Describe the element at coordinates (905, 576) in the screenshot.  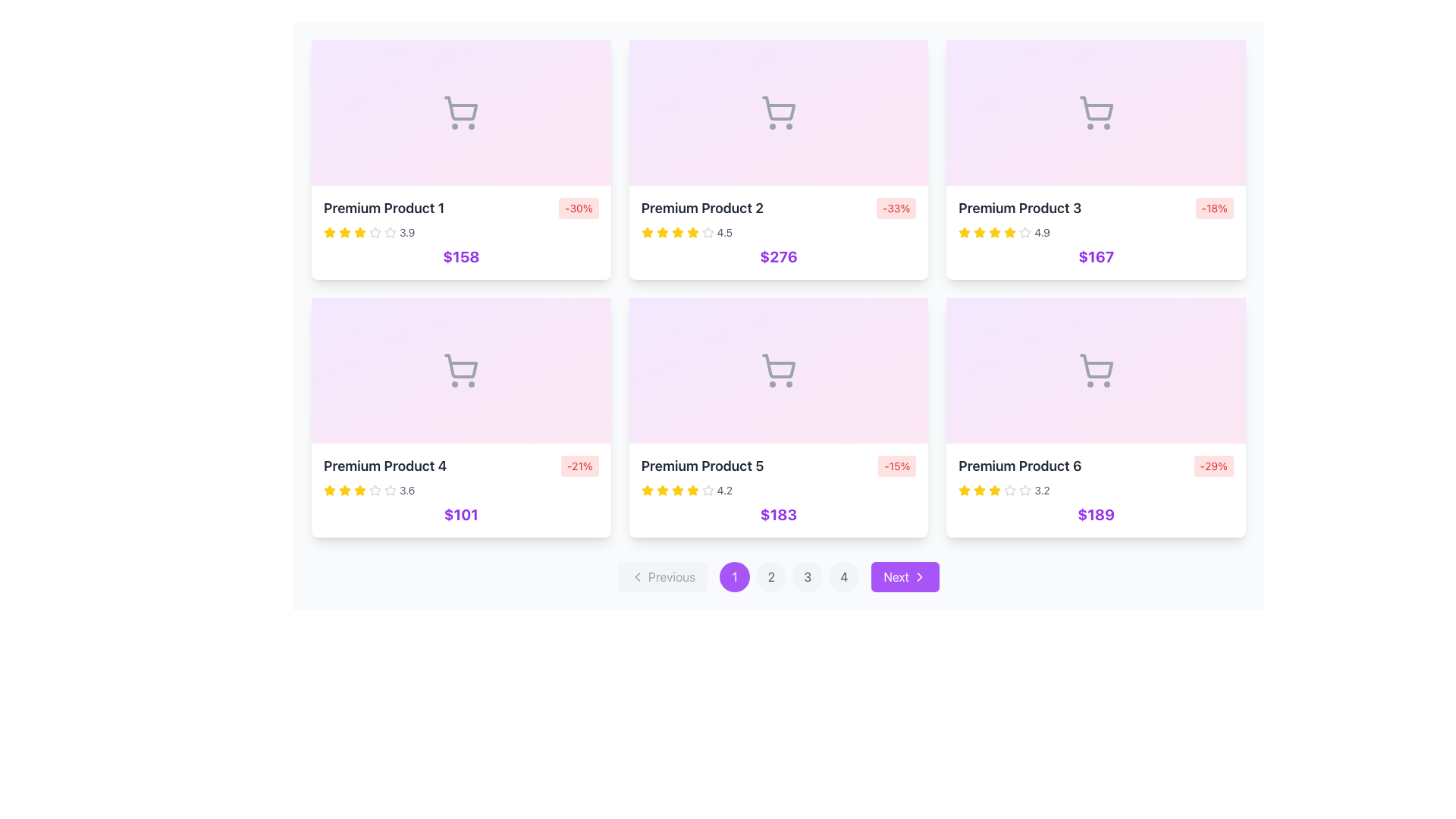
I see `the navigation button located at the bottom-right of the interface to change its background color to a darker shade` at that location.